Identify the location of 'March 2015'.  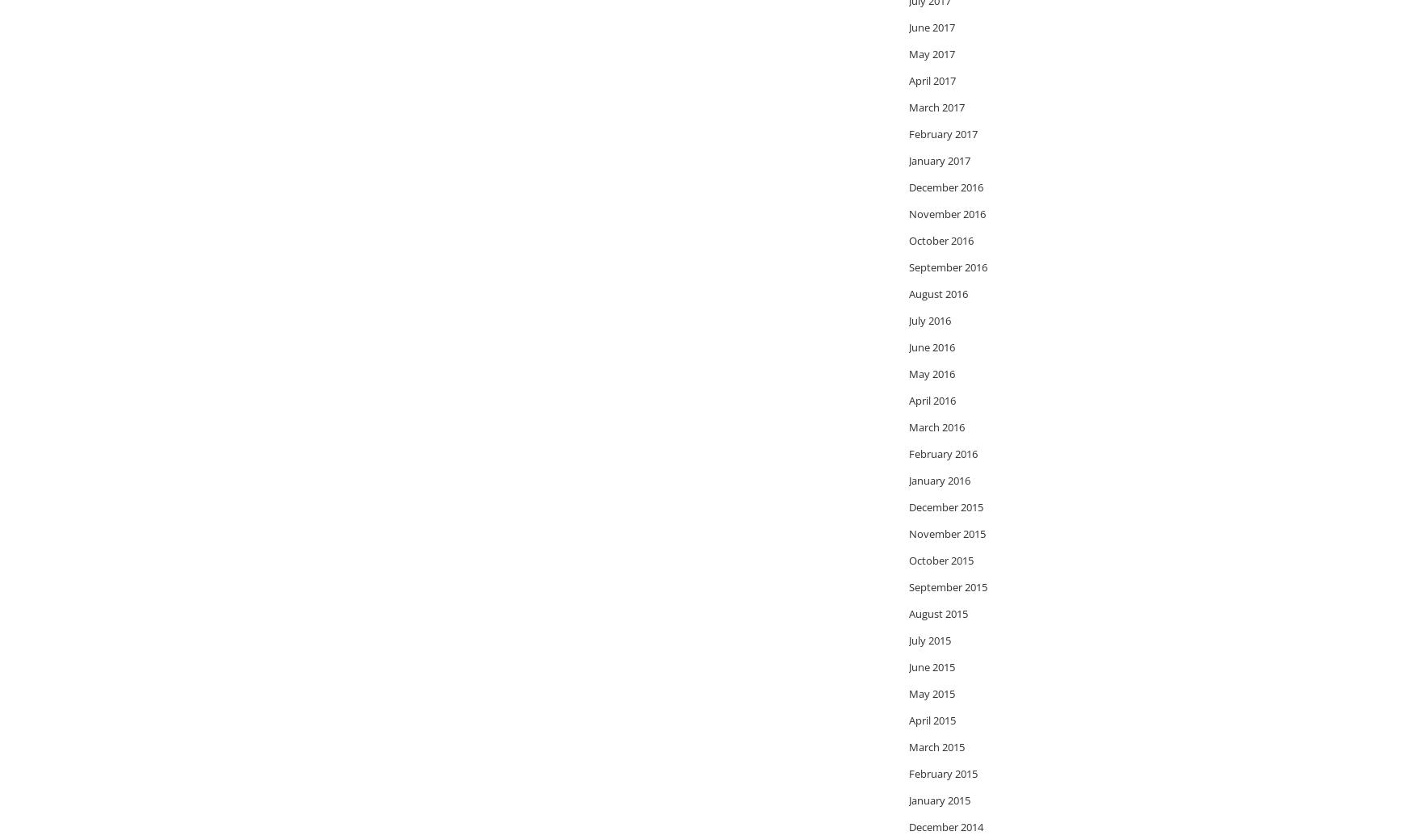
(936, 746).